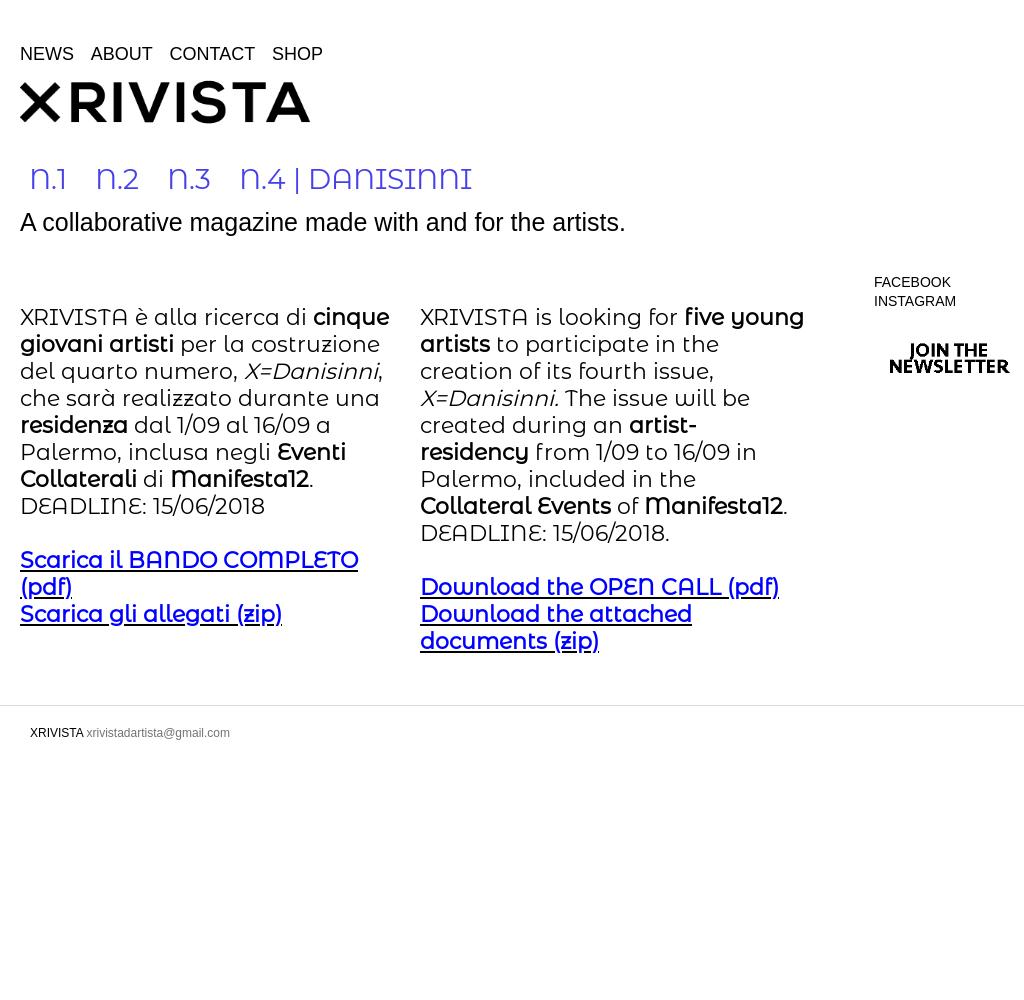 The width and height of the screenshot is (1024, 1000). What do you see at coordinates (86, 732) in the screenshot?
I see `'xrivistadartista@gmail.com'` at bounding box center [86, 732].